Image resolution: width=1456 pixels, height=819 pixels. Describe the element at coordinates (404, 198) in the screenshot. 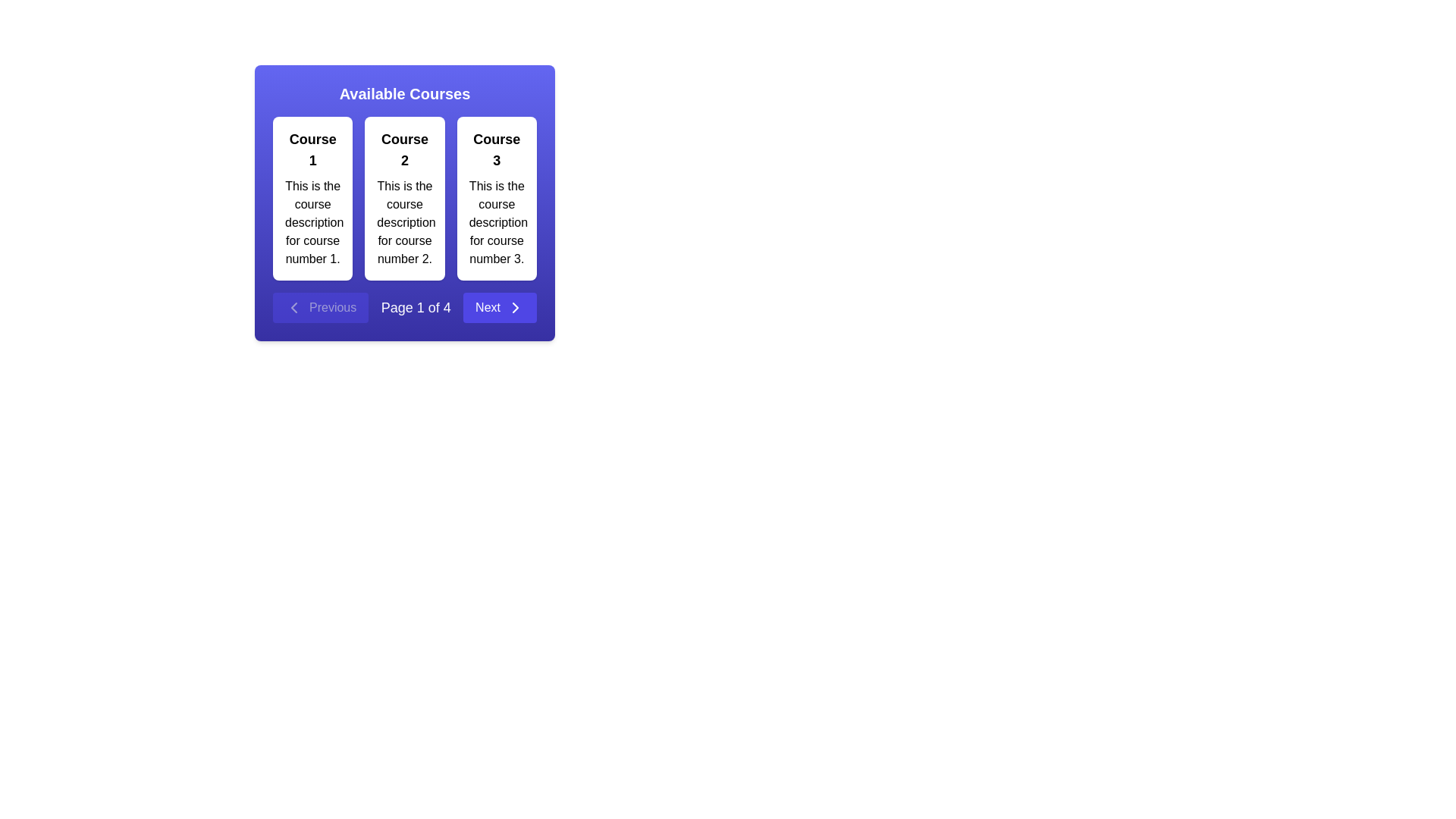

I see `the informational card displaying information about 'Course 2', which is the second card in a row of three cards` at that location.